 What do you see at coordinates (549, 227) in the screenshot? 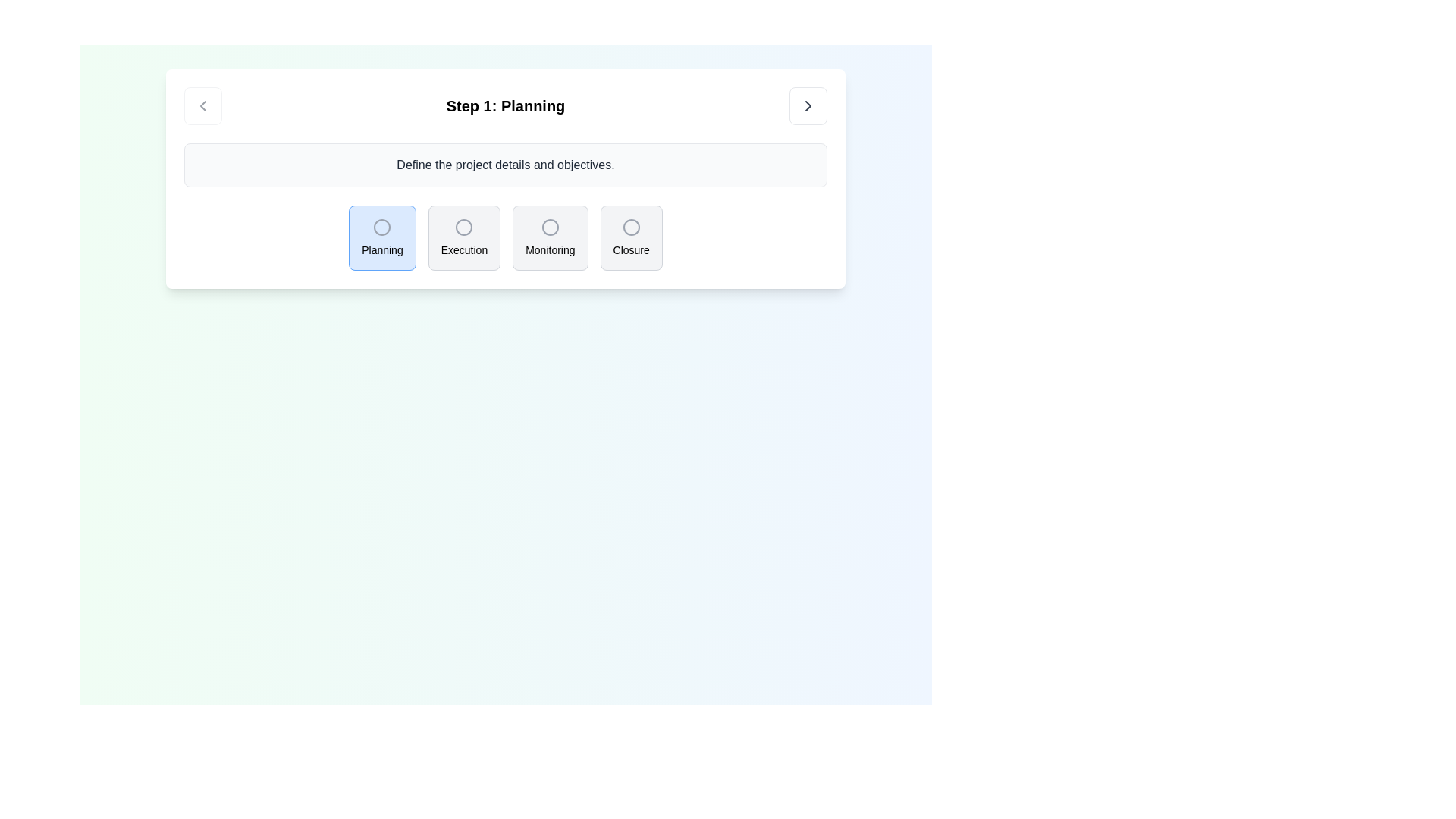
I see `the 'Monitoring' icon, which is part of a selectable button group displayed beneath the heading 'Step 1: Planning'` at bounding box center [549, 227].